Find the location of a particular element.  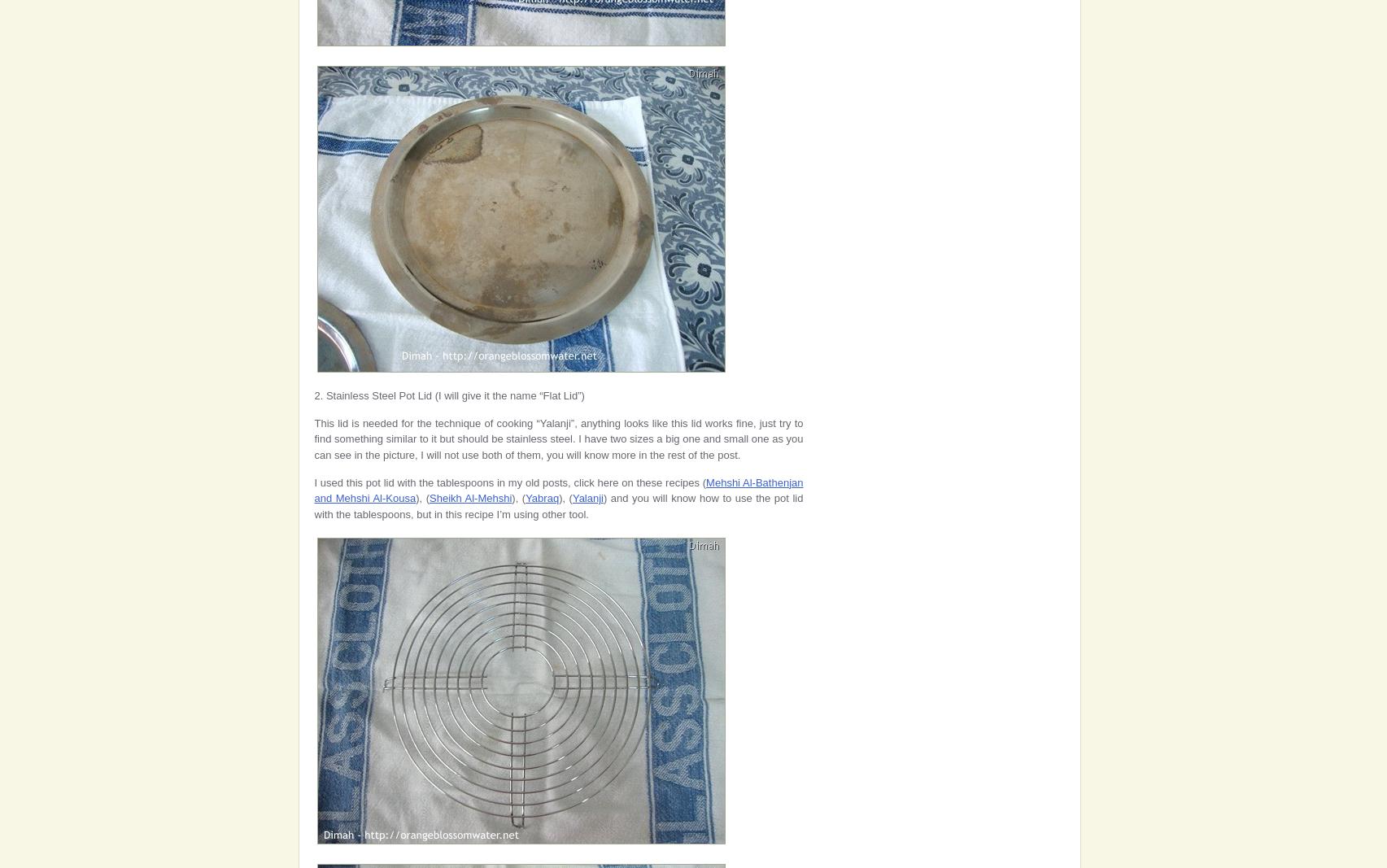

'This lid is needed for the technique of cooking “Yalanji”, anything looks like this lid works fine, just try to find something similar to it' is located at coordinates (558, 430).